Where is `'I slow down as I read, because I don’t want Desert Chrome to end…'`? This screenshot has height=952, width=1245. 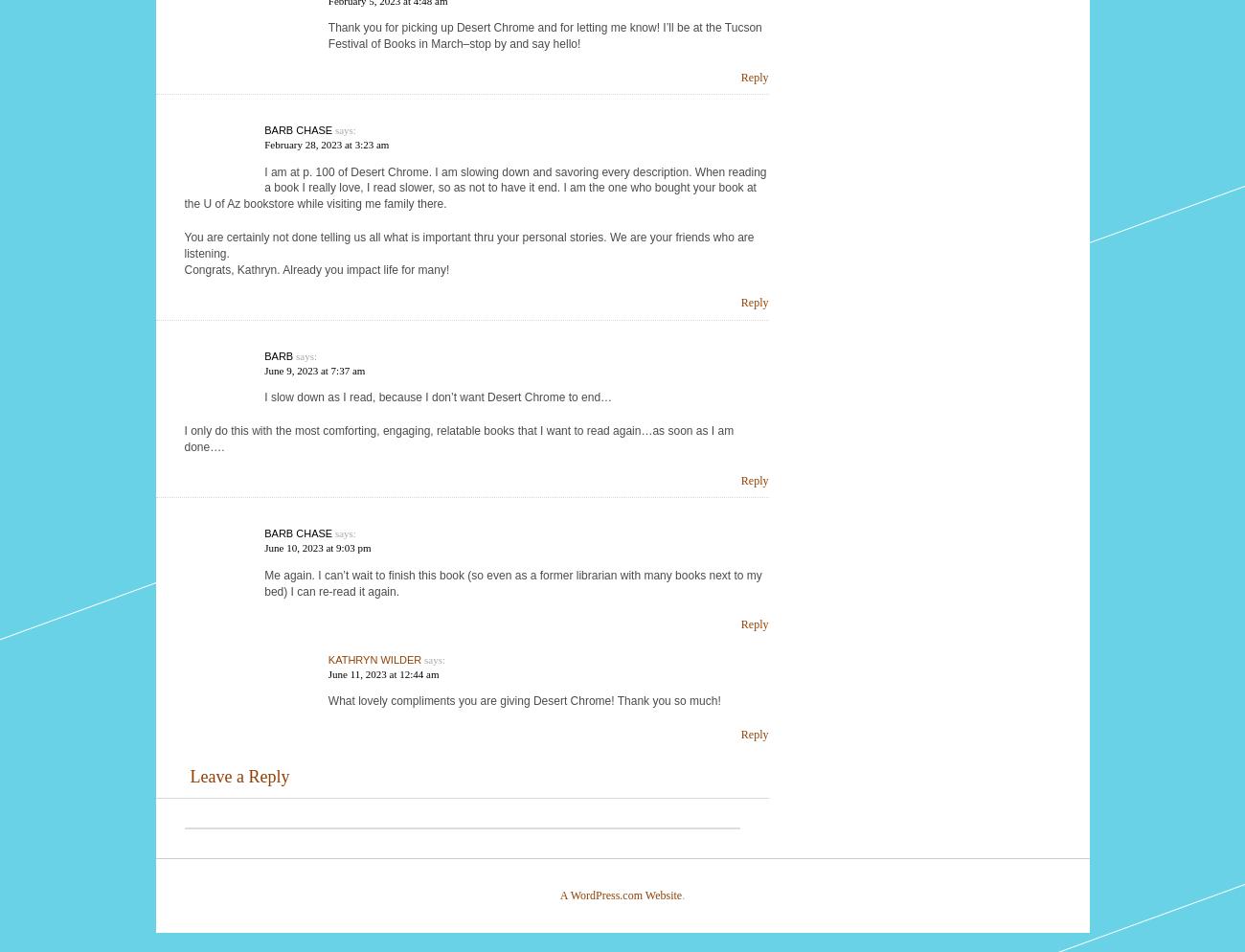 'I slow down as I read, because I don’t want Desert Chrome to end…' is located at coordinates (437, 396).